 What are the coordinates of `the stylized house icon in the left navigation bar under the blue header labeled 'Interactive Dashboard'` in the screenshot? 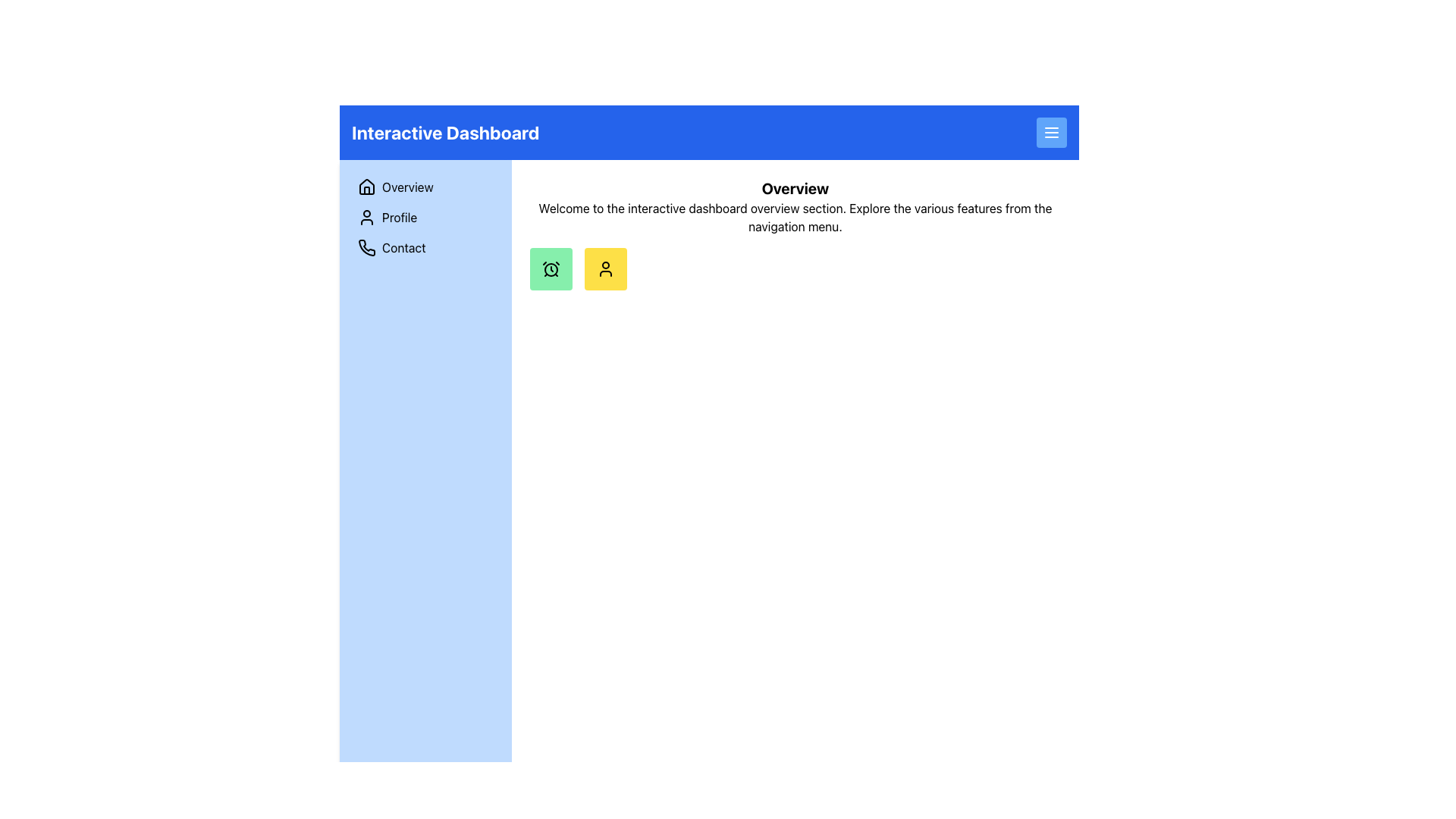 It's located at (367, 186).